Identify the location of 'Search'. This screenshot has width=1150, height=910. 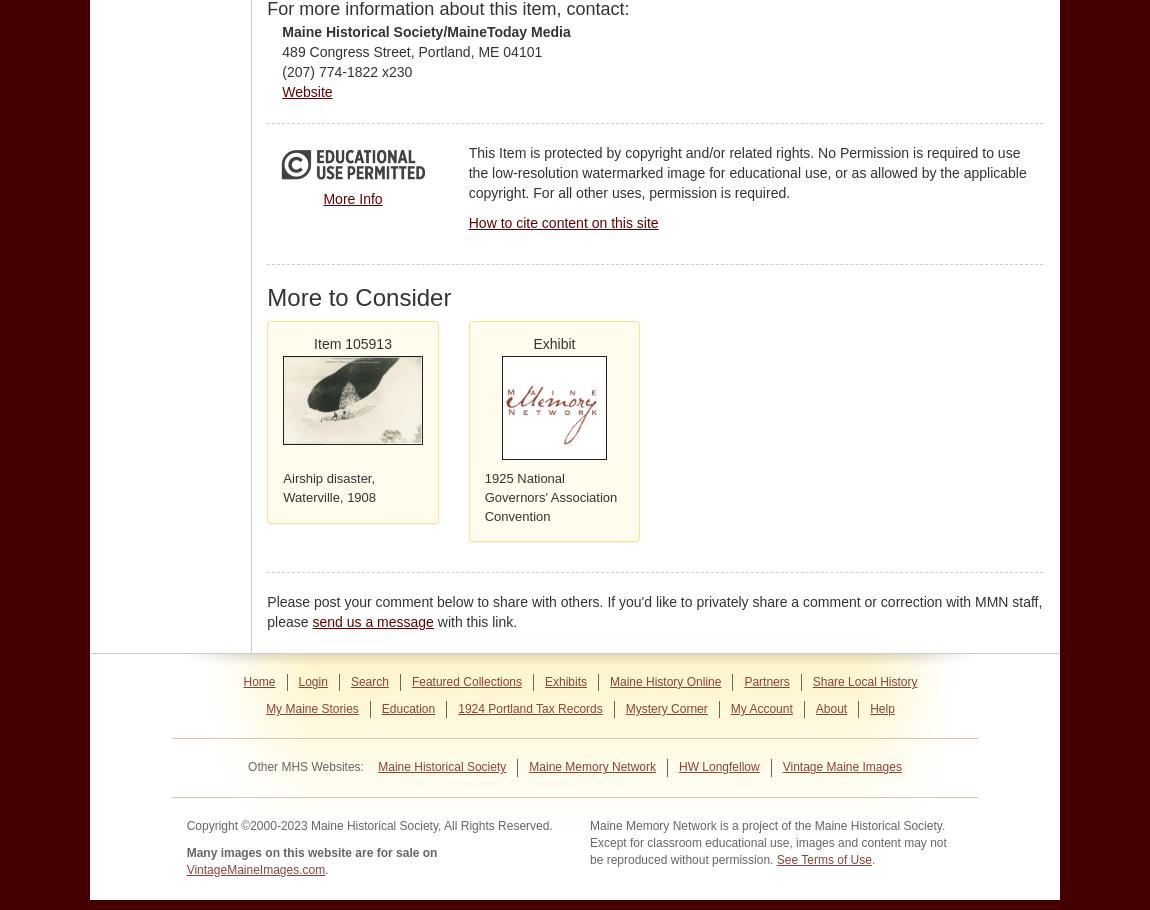
(369, 681).